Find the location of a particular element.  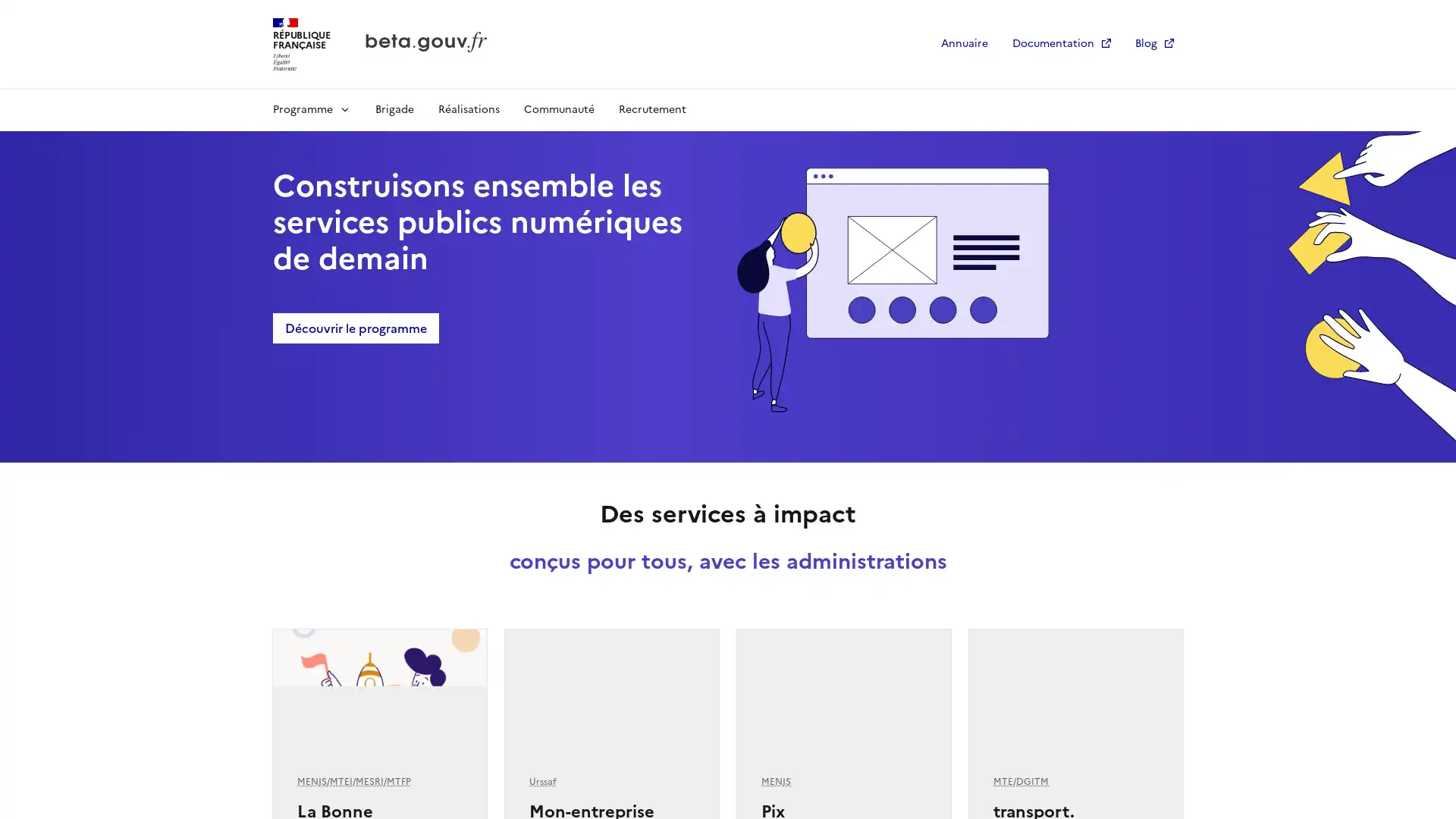

Programme is located at coordinates (311, 108).